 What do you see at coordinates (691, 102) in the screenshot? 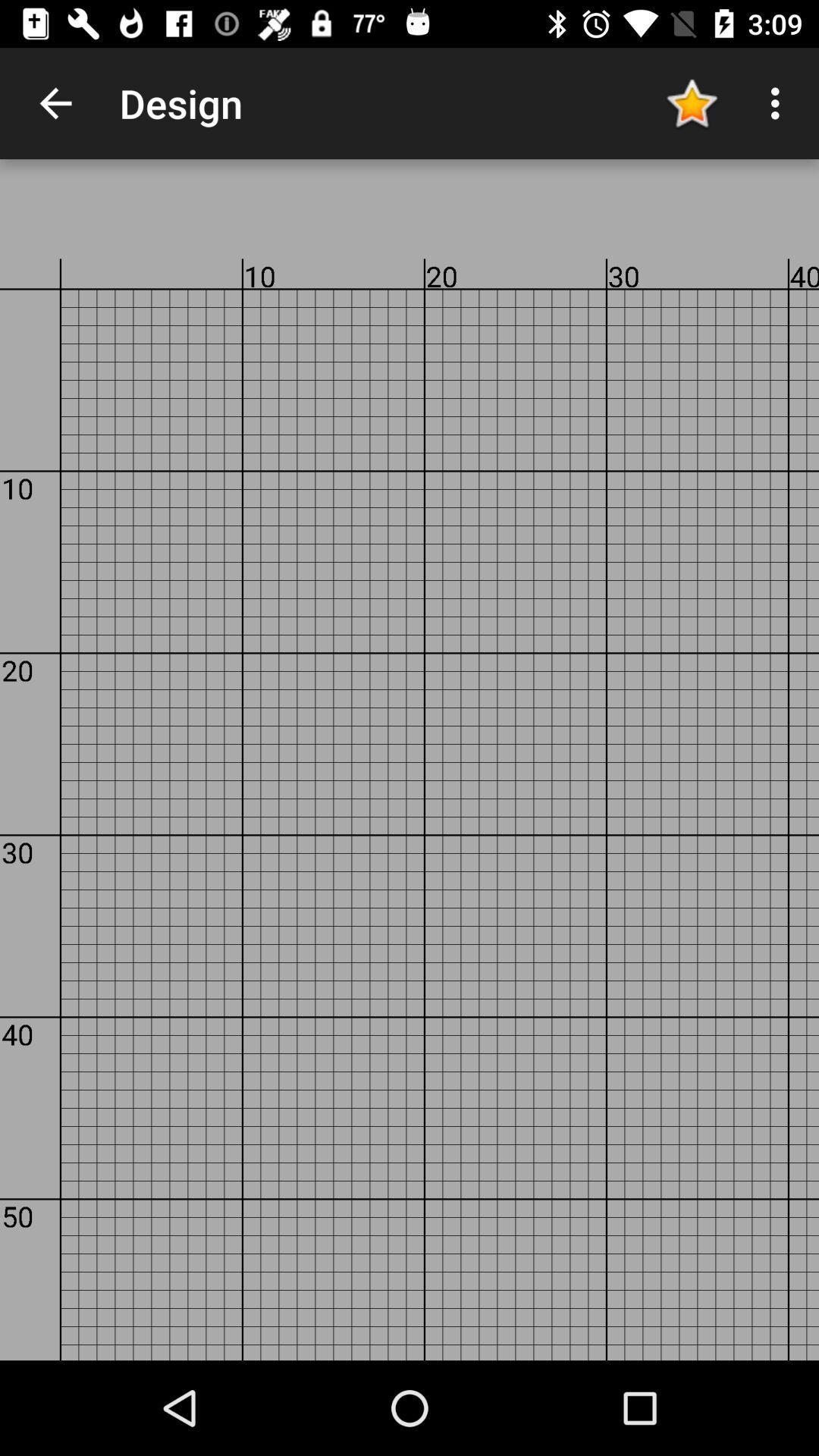
I see `app to the right of the design` at bounding box center [691, 102].